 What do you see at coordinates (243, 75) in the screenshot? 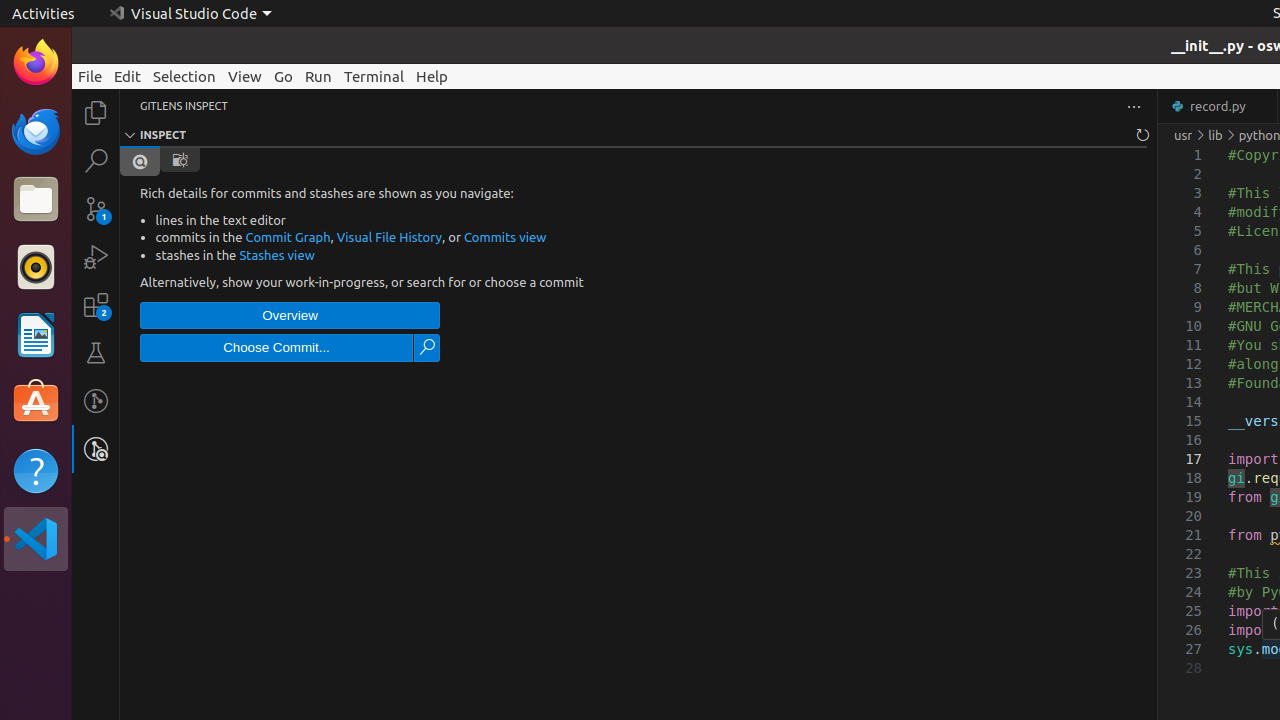
I see `'View'` at bounding box center [243, 75].